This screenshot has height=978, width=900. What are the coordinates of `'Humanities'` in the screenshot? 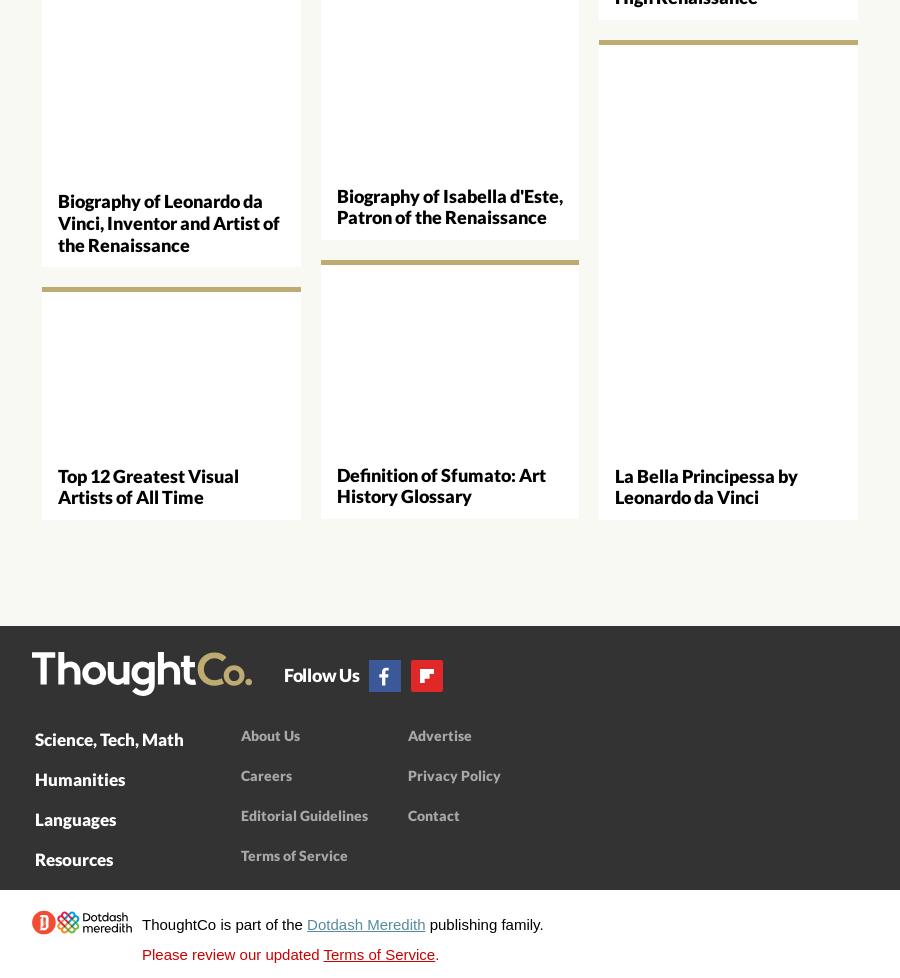 It's located at (79, 778).